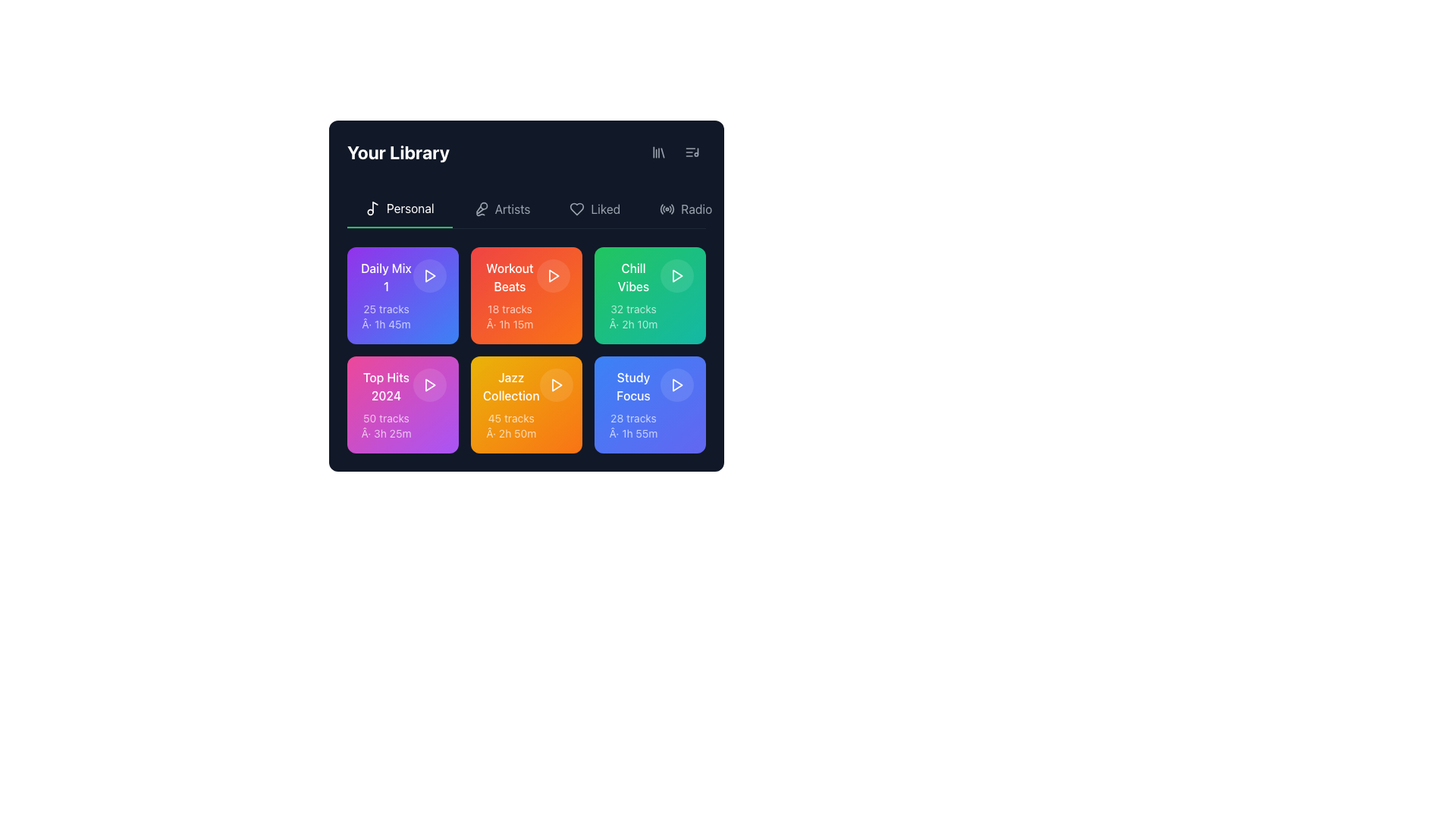  Describe the element at coordinates (398, 152) in the screenshot. I see `text label that displays 'Your Library', which is bold, large, and white against a dark background, located at the top-left area of the interface` at that location.